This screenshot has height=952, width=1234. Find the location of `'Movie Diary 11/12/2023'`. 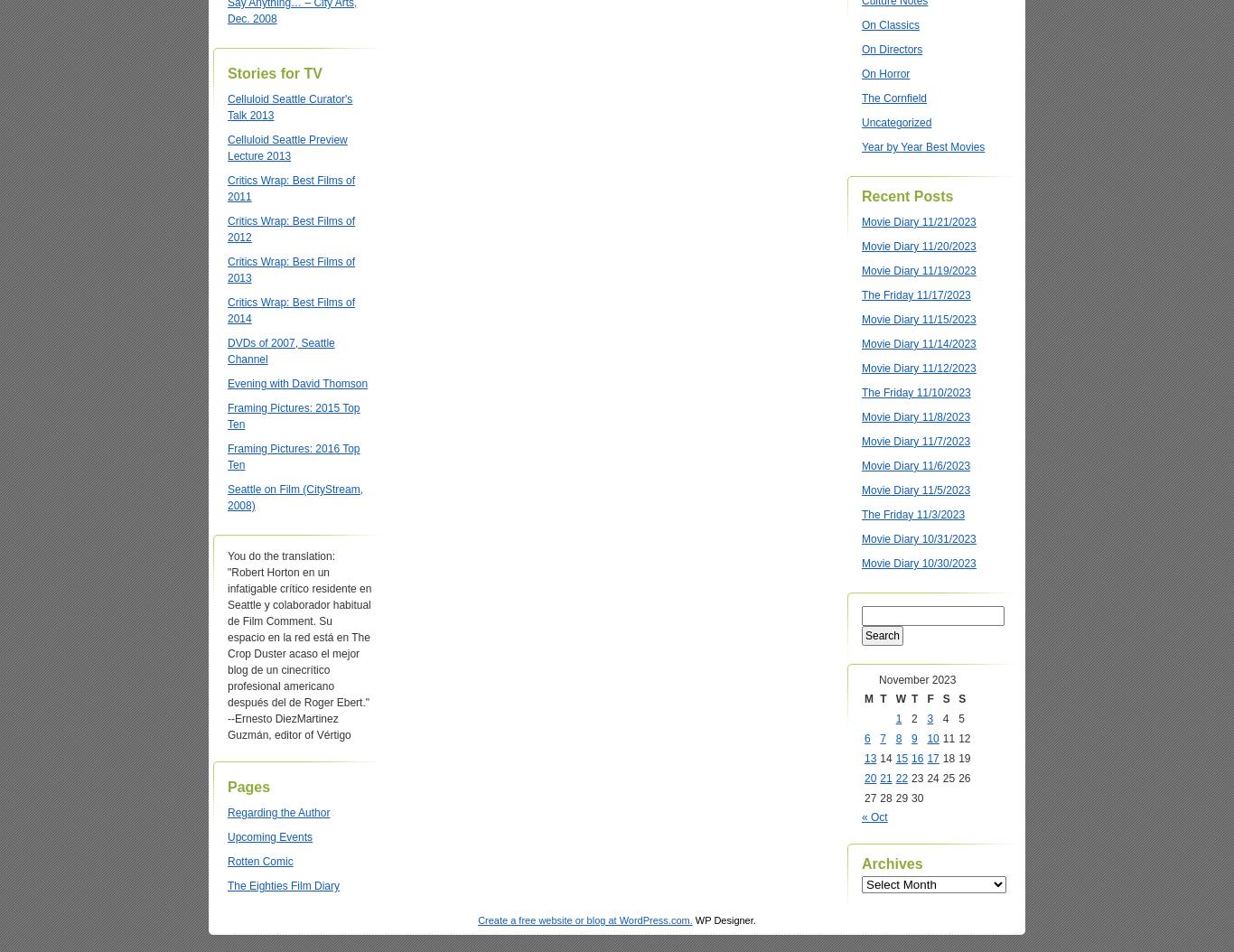

'Movie Diary 11/12/2023' is located at coordinates (918, 368).